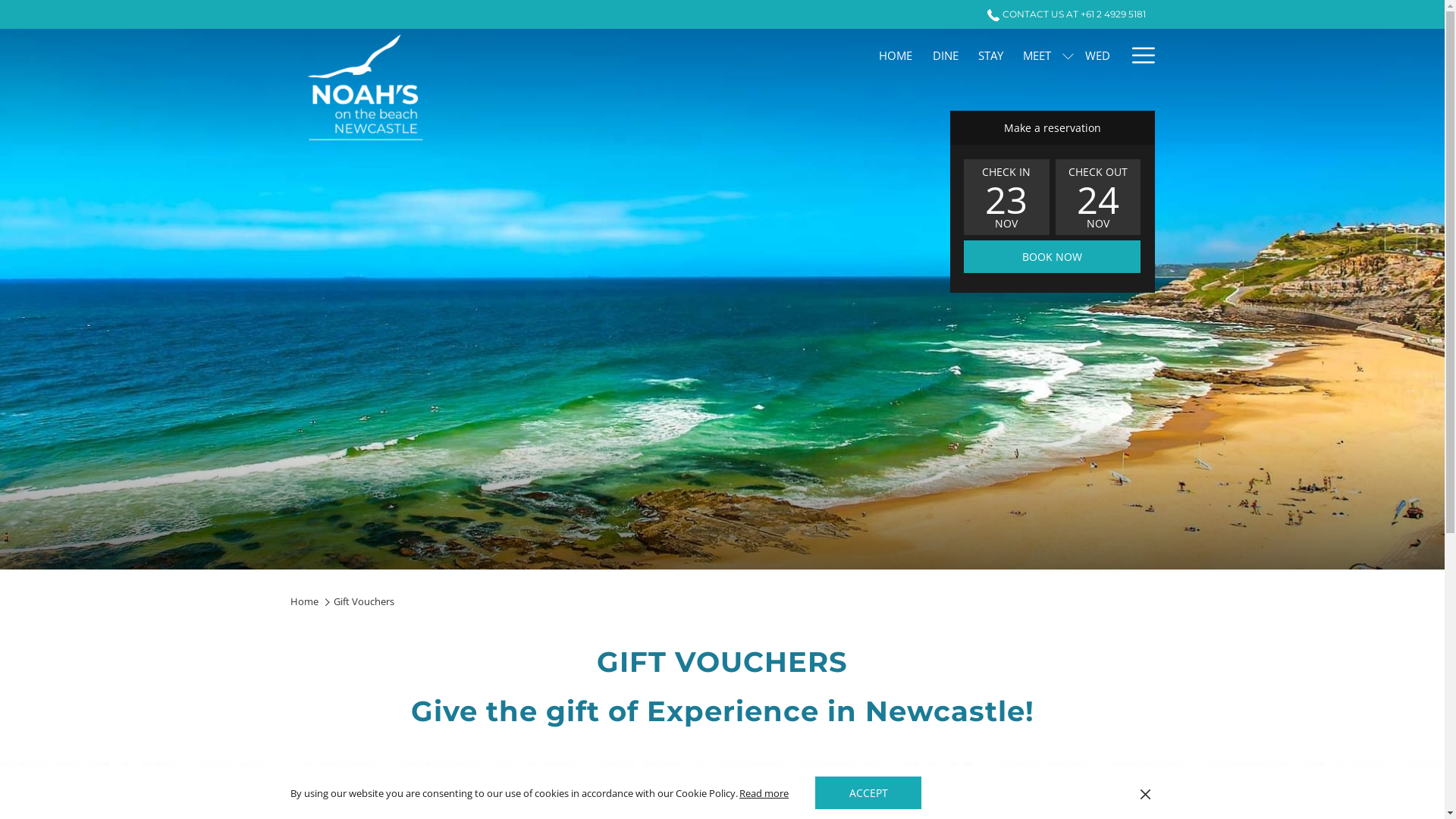 The image size is (1456, 819). Describe the element at coordinates (364, 601) in the screenshot. I see `'Gift Vouchers'` at that location.